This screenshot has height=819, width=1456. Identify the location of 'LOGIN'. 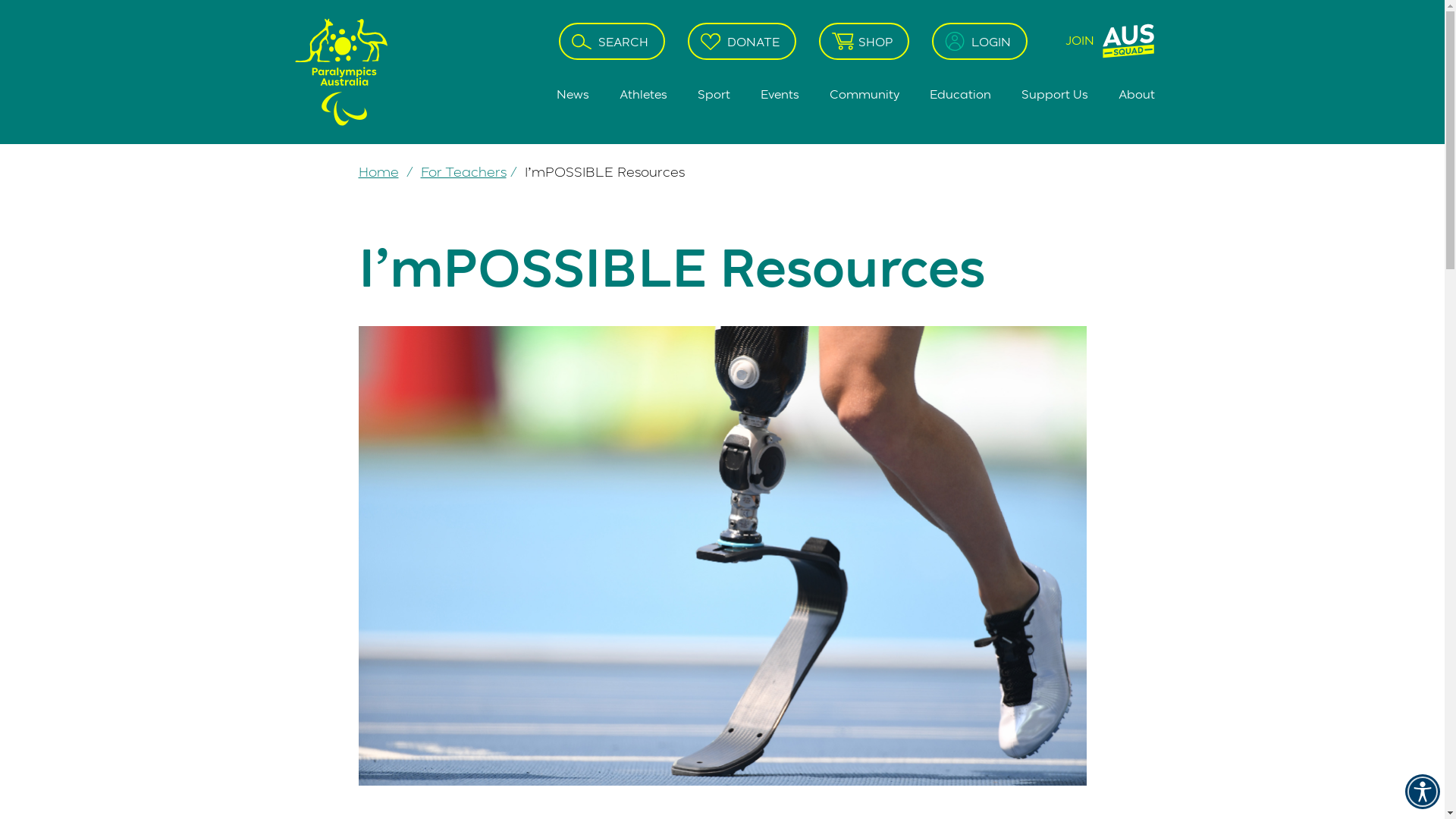
(979, 40).